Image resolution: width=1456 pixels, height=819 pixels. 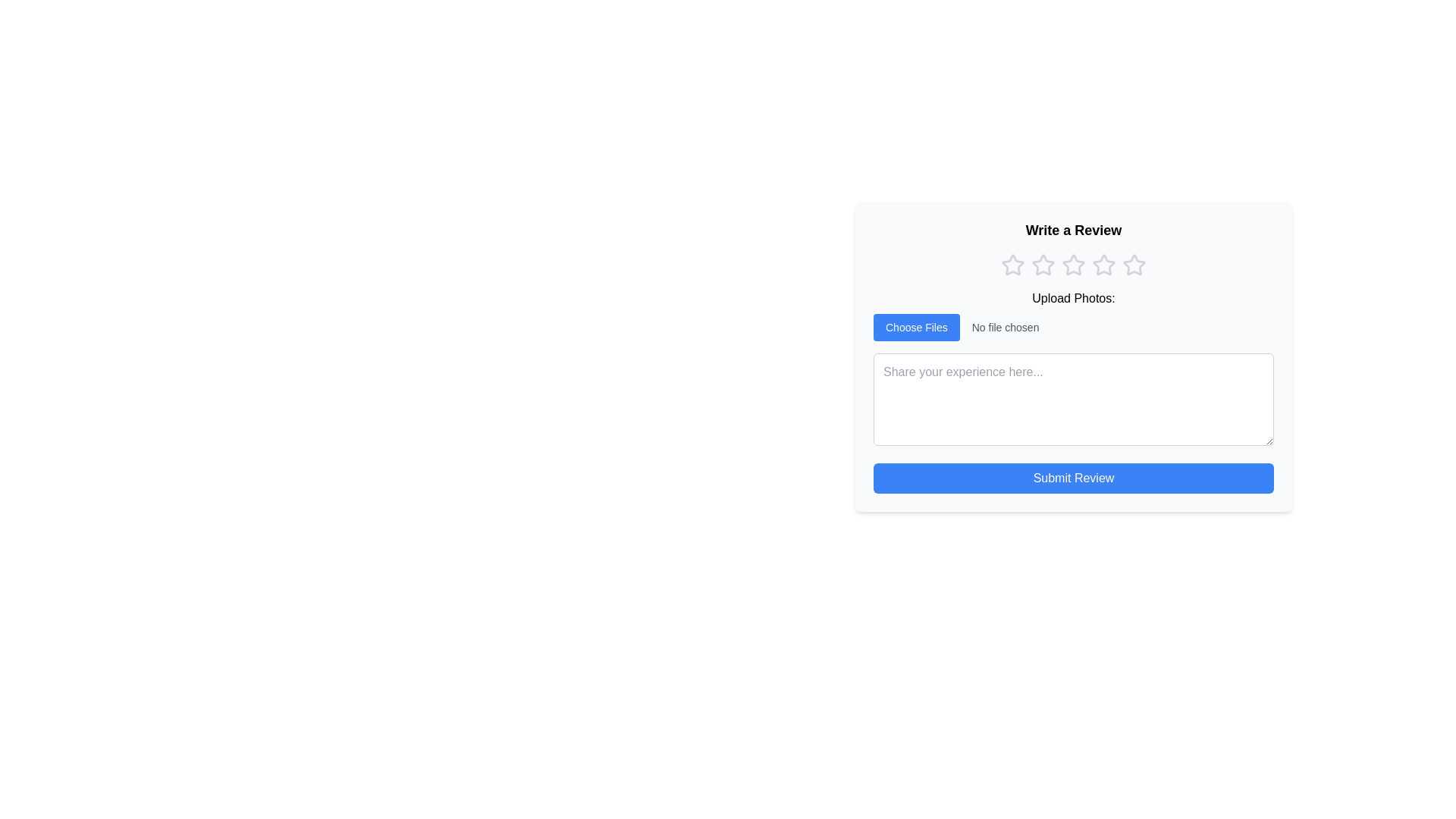 What do you see at coordinates (1073, 231) in the screenshot?
I see `the text label displaying 'Write a Review'` at bounding box center [1073, 231].